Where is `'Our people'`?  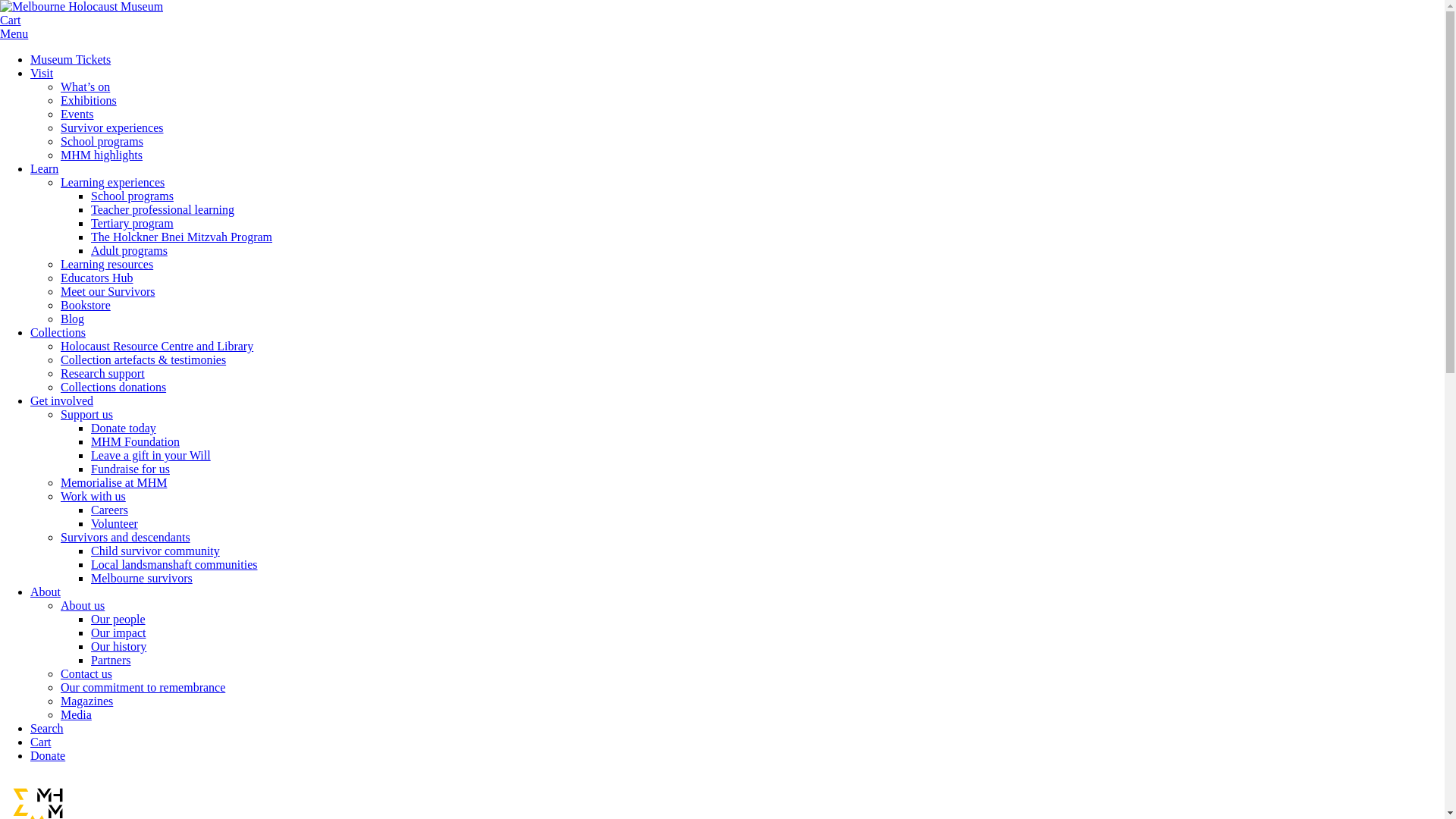 'Our people' is located at coordinates (118, 619).